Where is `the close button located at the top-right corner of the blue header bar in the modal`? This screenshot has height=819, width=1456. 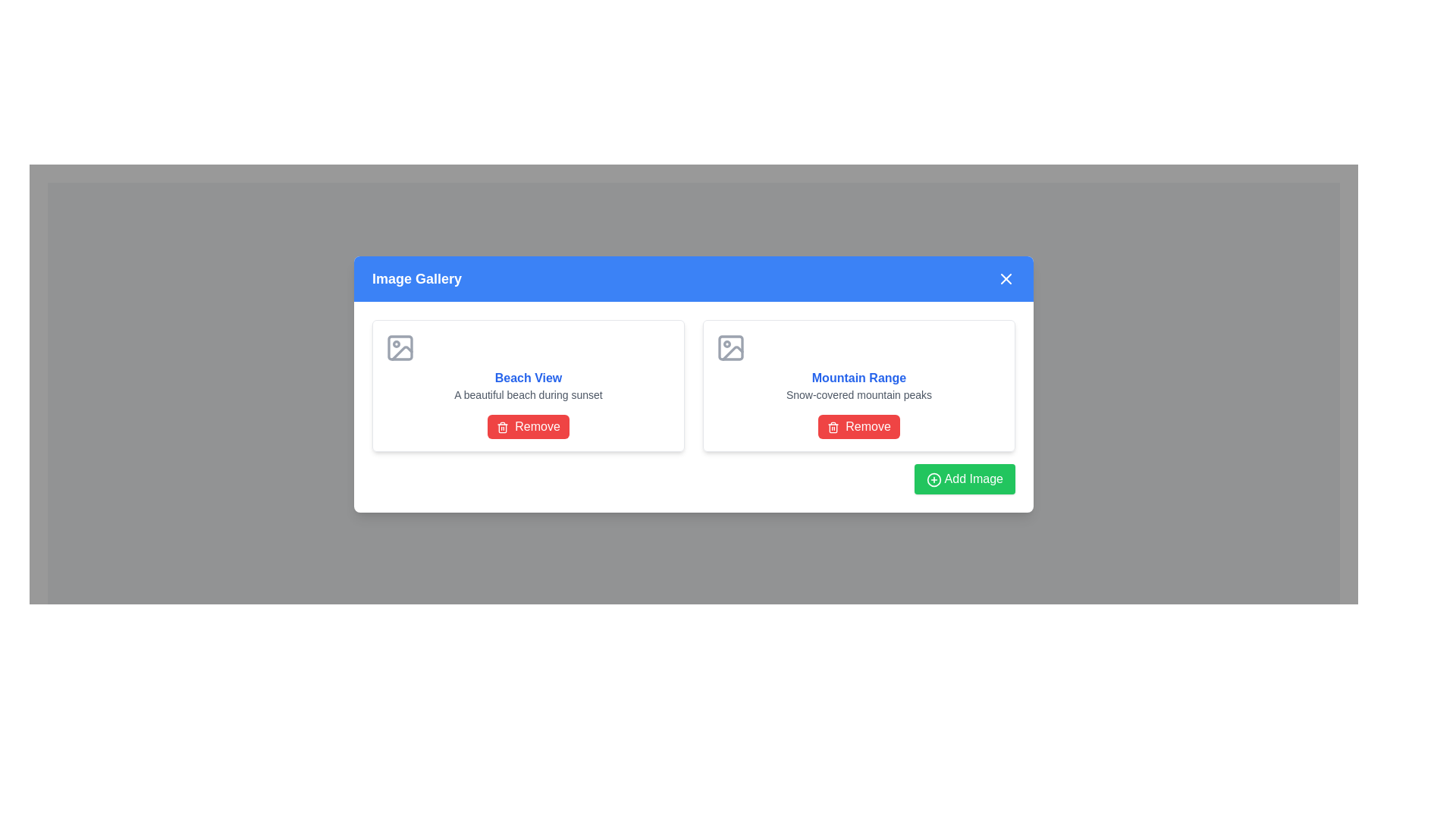
the close button located at the top-right corner of the blue header bar in the modal is located at coordinates (1006, 278).